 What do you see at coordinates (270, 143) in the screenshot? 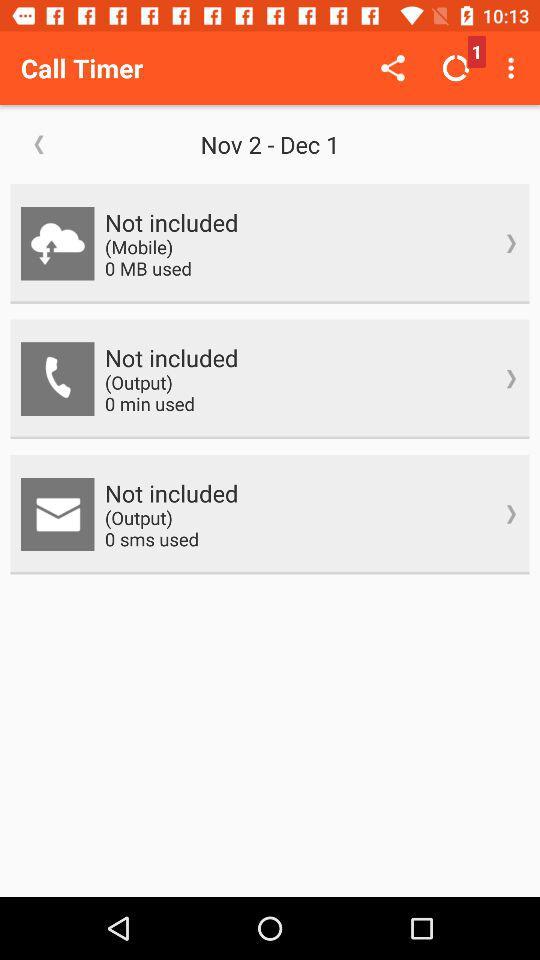
I see `the nov 2 dec` at bounding box center [270, 143].